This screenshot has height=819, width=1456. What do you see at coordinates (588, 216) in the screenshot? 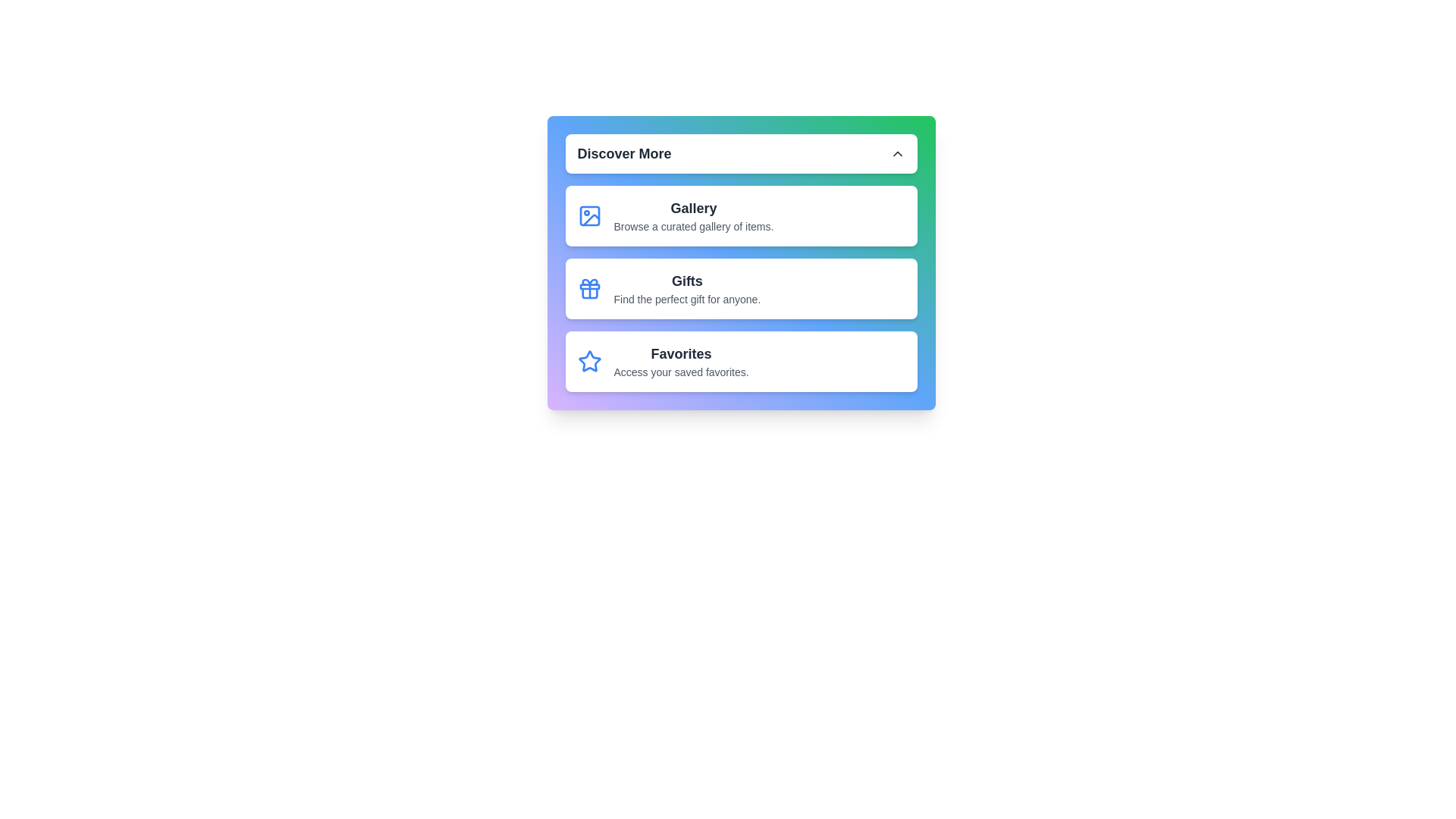
I see `the Gallery icon to focus on it` at bounding box center [588, 216].